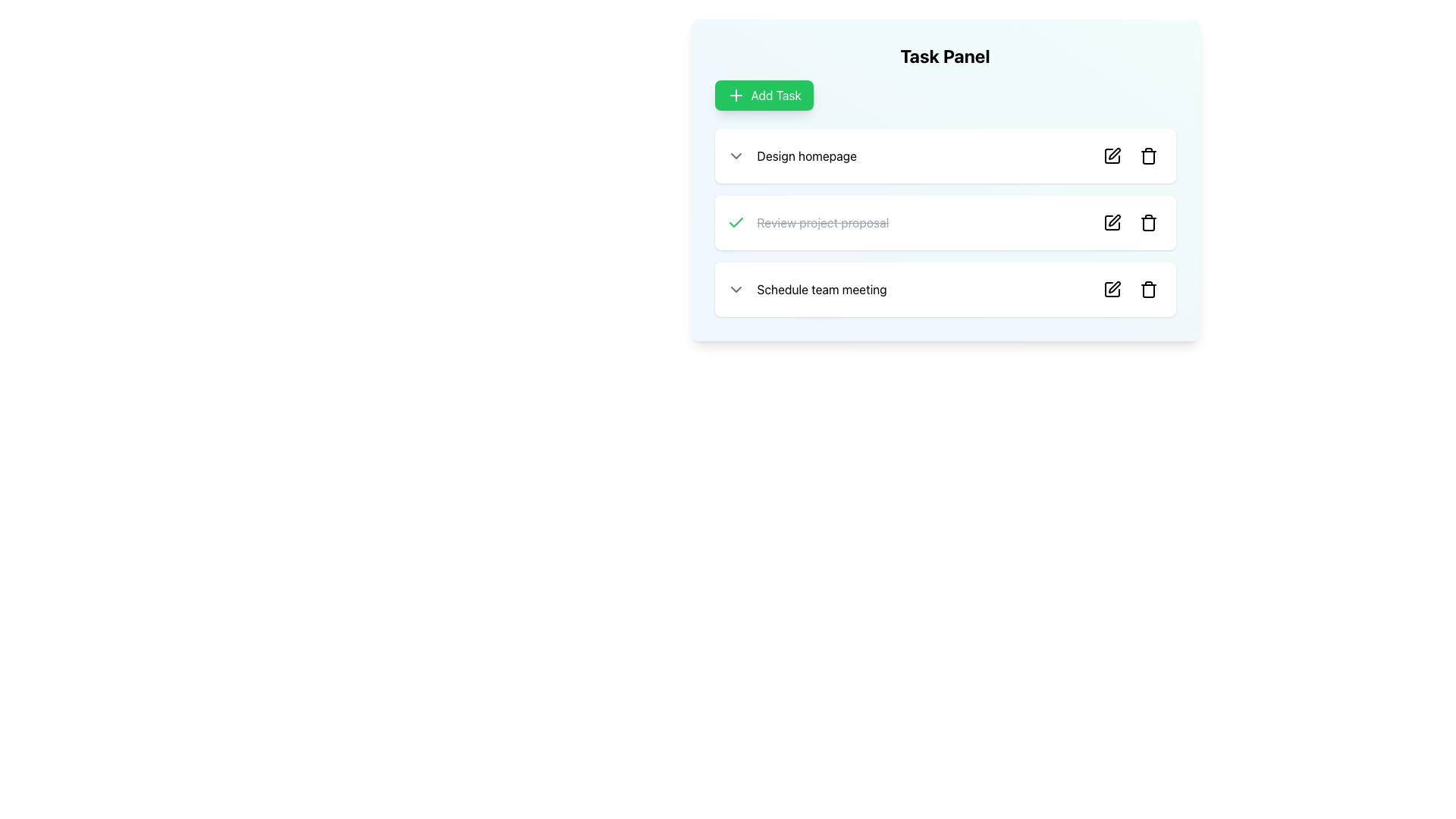 This screenshot has width=1456, height=819. I want to click on the Delete button icon located at the end of the row for the task titled 'Schedule team meeting', so click(1148, 289).